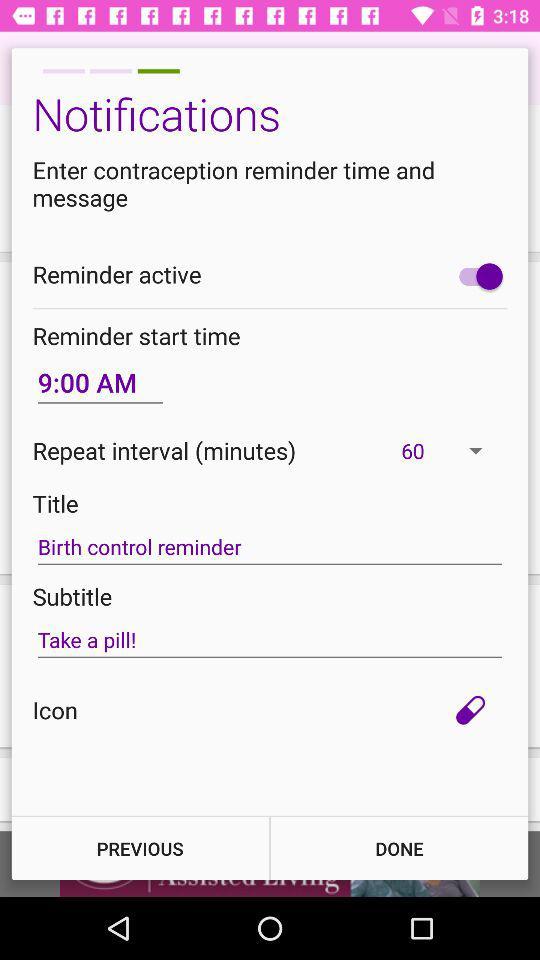  Describe the element at coordinates (99, 381) in the screenshot. I see `item on the left` at that location.